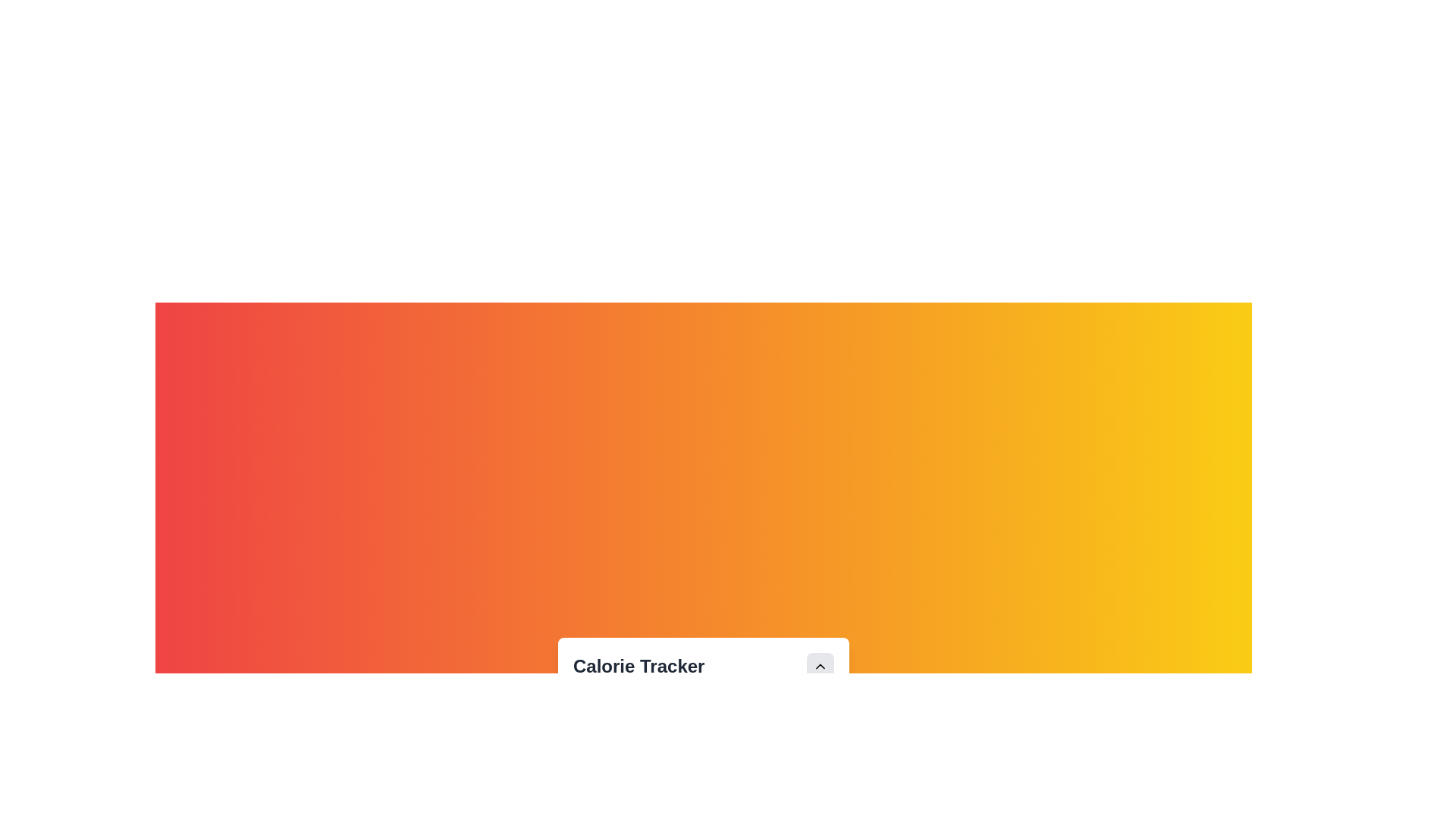 Image resolution: width=1456 pixels, height=819 pixels. I want to click on the minimize icon located at the bottom-right of the main interface, next to the 'Calorie Tracker' text, so click(819, 666).